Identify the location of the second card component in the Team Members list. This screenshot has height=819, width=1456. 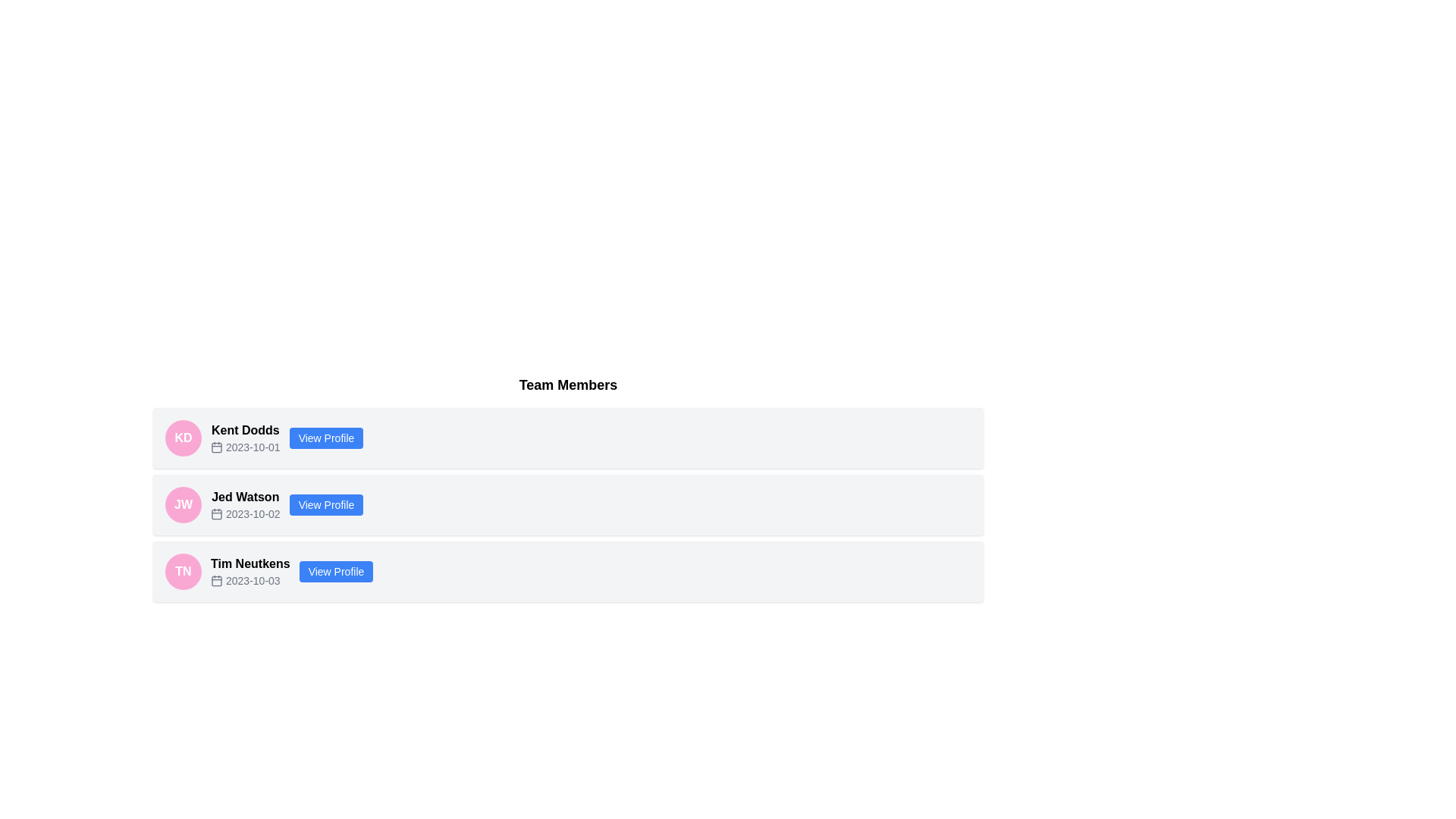
(567, 505).